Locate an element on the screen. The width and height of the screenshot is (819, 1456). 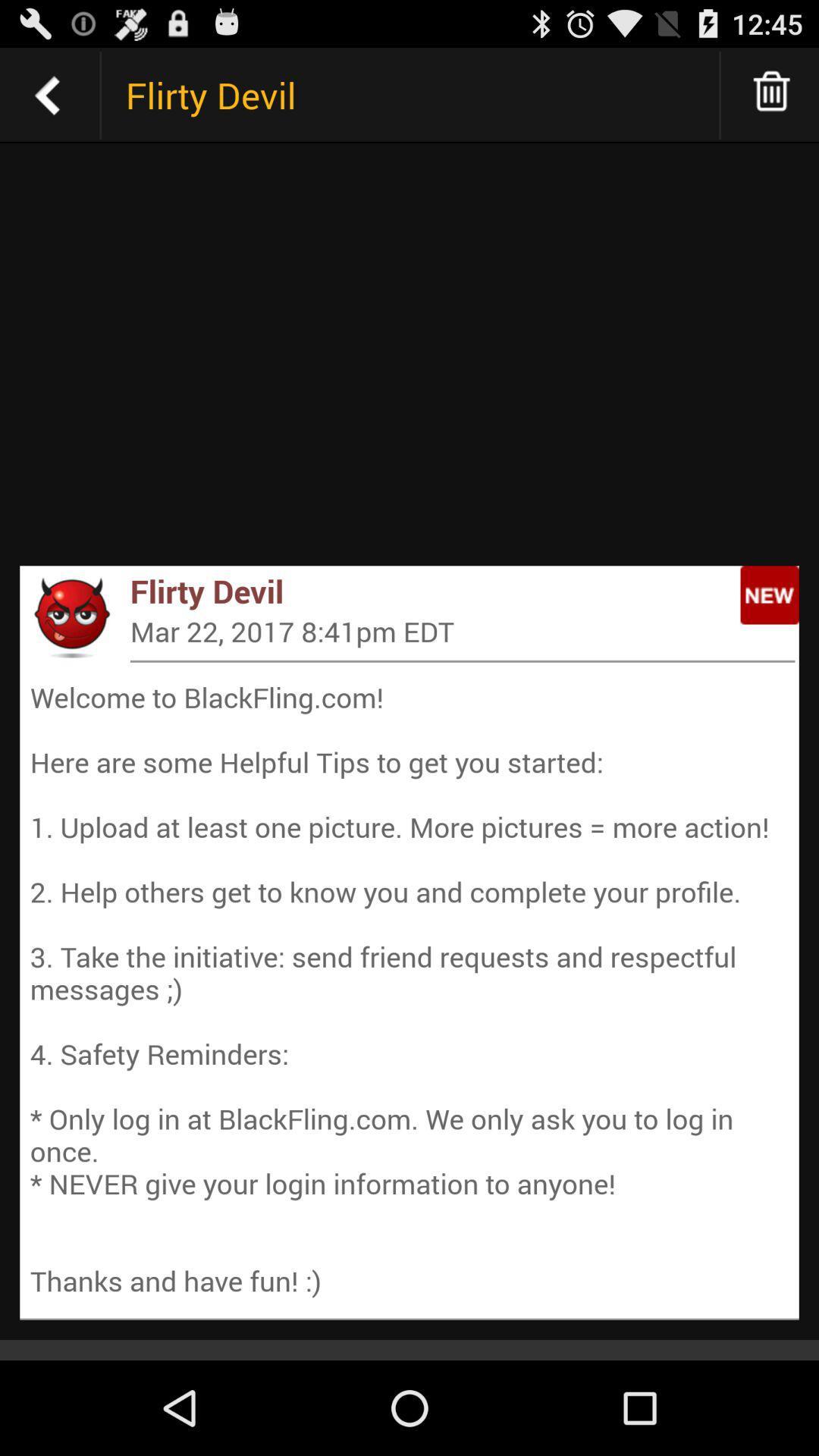
the icon on the left is located at coordinates (71, 617).